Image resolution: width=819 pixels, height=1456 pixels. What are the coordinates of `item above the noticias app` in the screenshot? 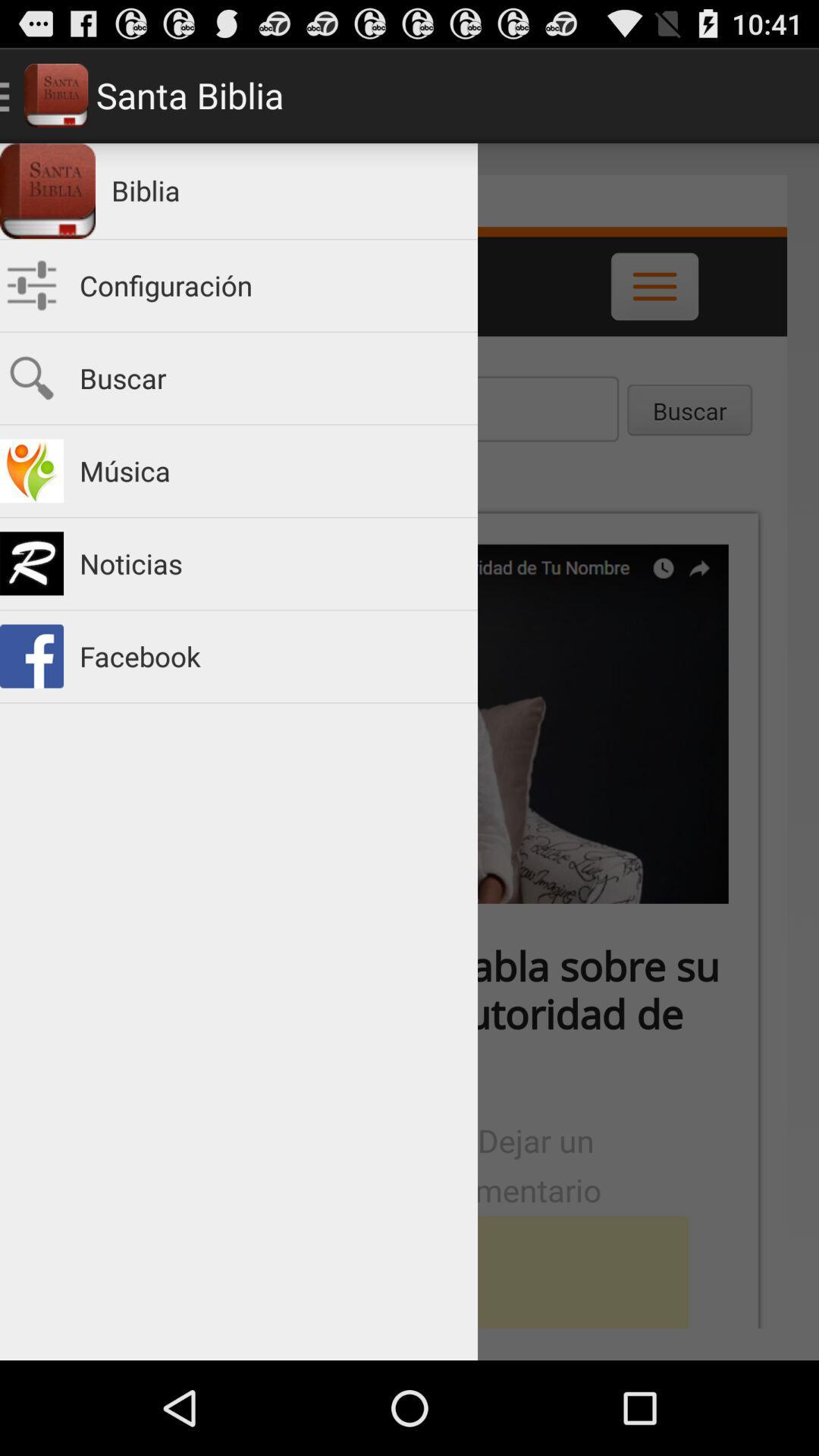 It's located at (270, 470).